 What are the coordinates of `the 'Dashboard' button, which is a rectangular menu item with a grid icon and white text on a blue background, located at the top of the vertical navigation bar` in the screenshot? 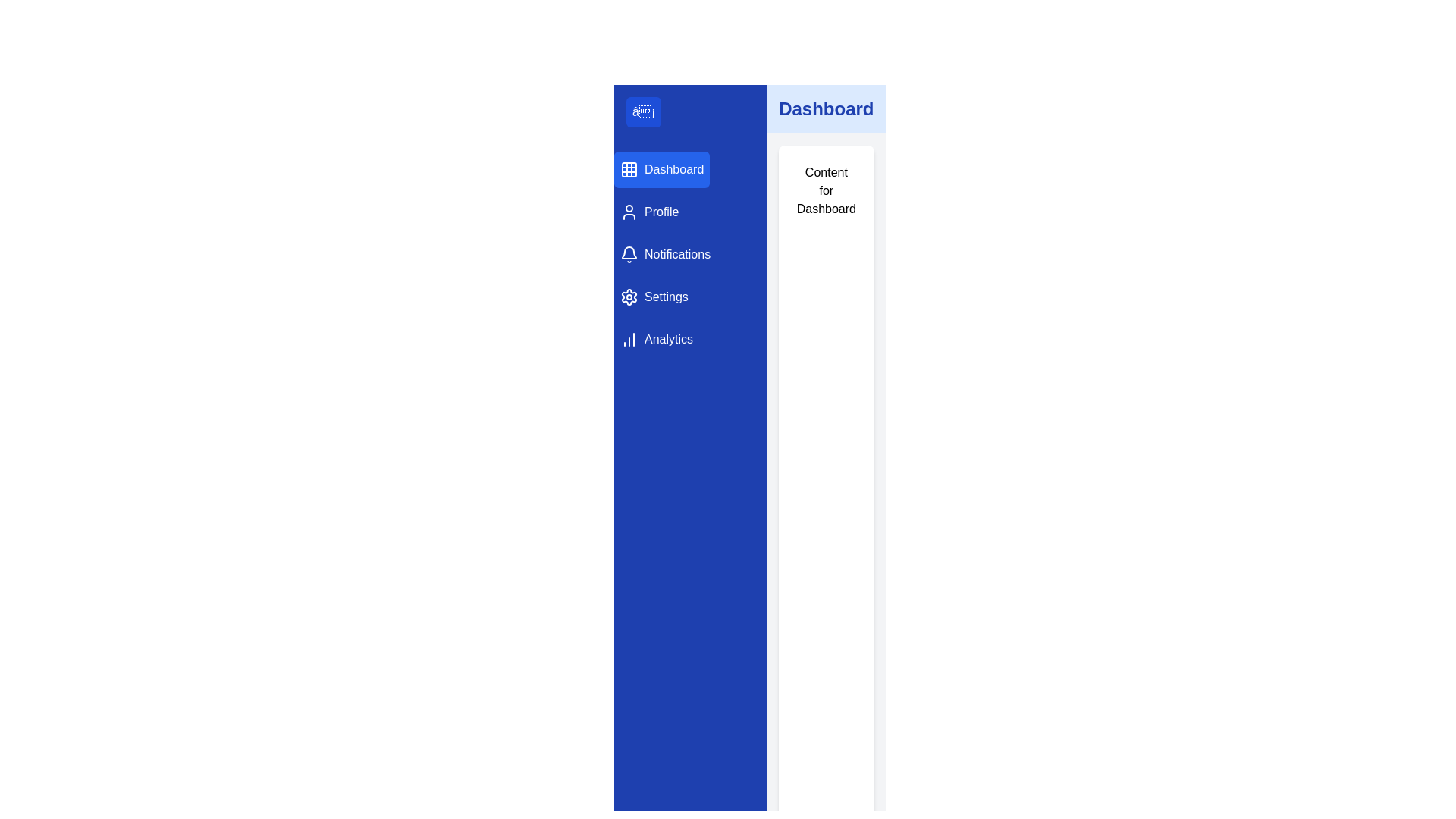 It's located at (662, 169).